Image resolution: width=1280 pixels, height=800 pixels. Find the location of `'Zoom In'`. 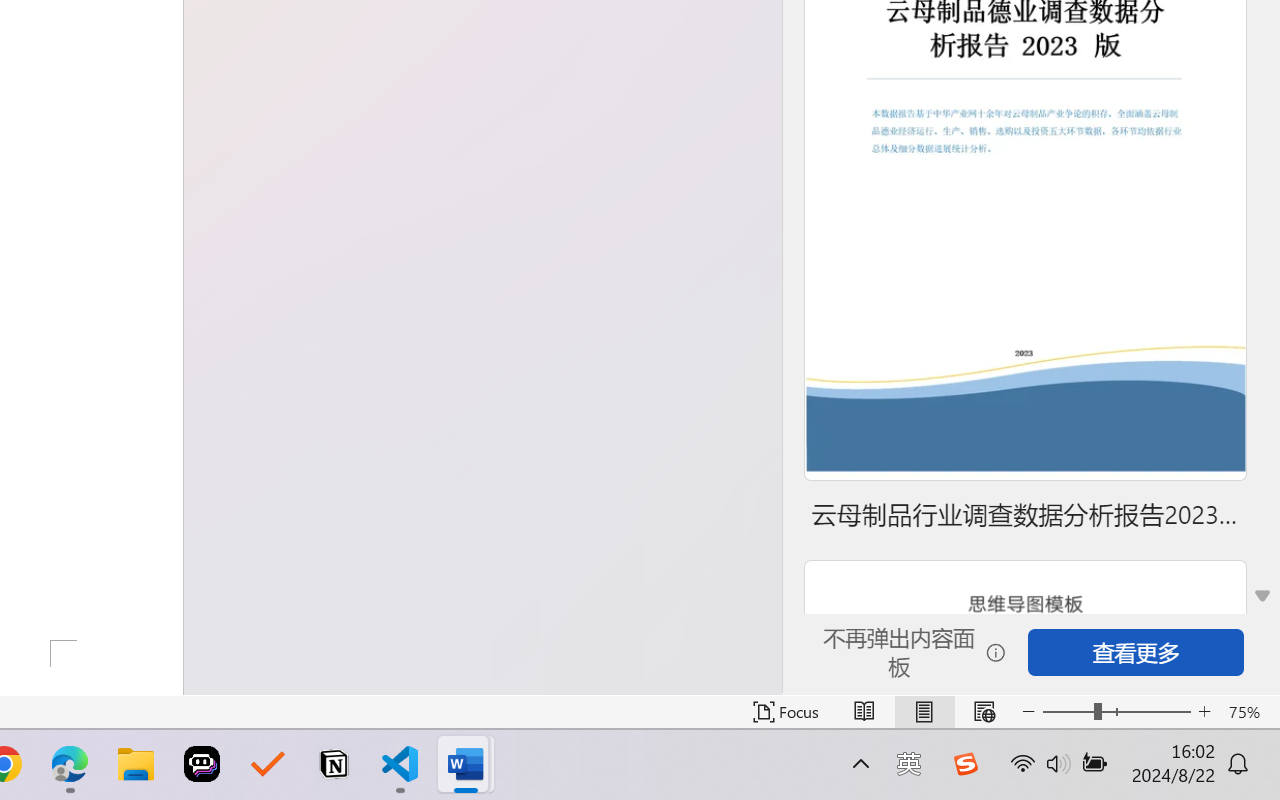

'Zoom In' is located at coordinates (1204, 711).